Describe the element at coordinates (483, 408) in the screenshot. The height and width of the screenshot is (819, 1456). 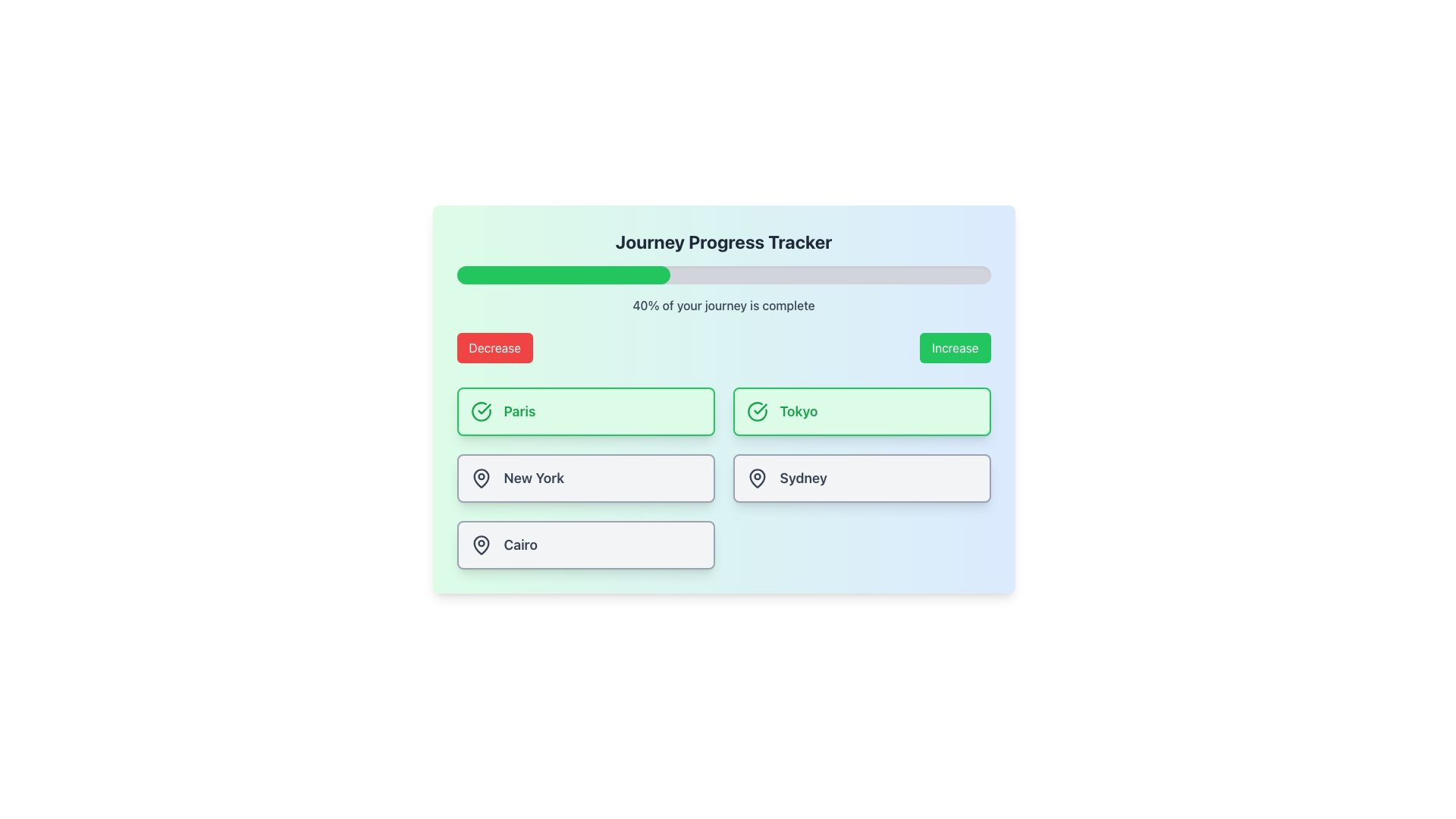
I see `the check mark icon represented by a green tick inside a circular outline located within the 'Tokyo' button` at that location.